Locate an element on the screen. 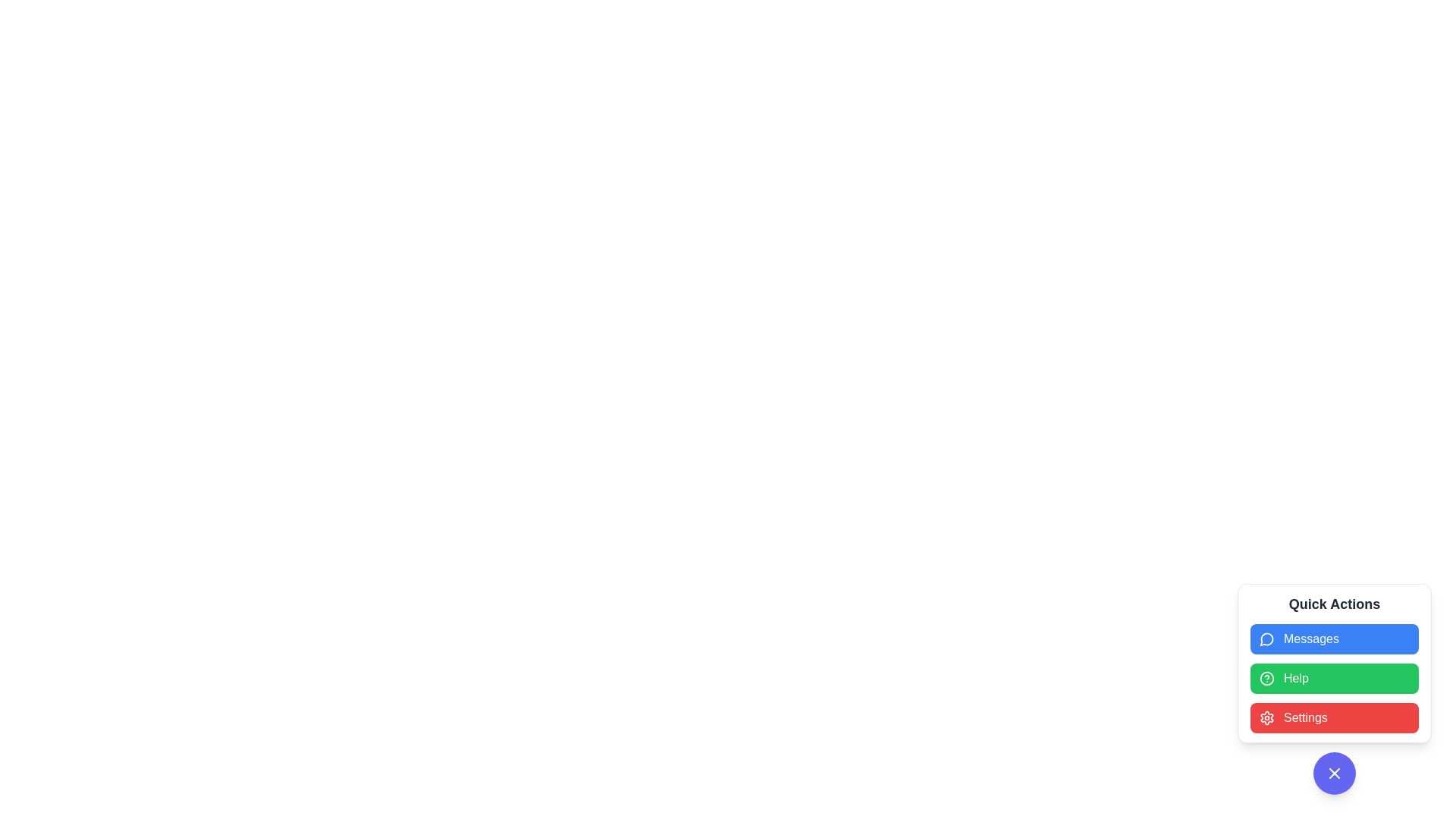  the circular indigo button with an 'X' icon at its center, located at the bottom-right corner of the 'Quick Actions' card is located at coordinates (1335, 773).